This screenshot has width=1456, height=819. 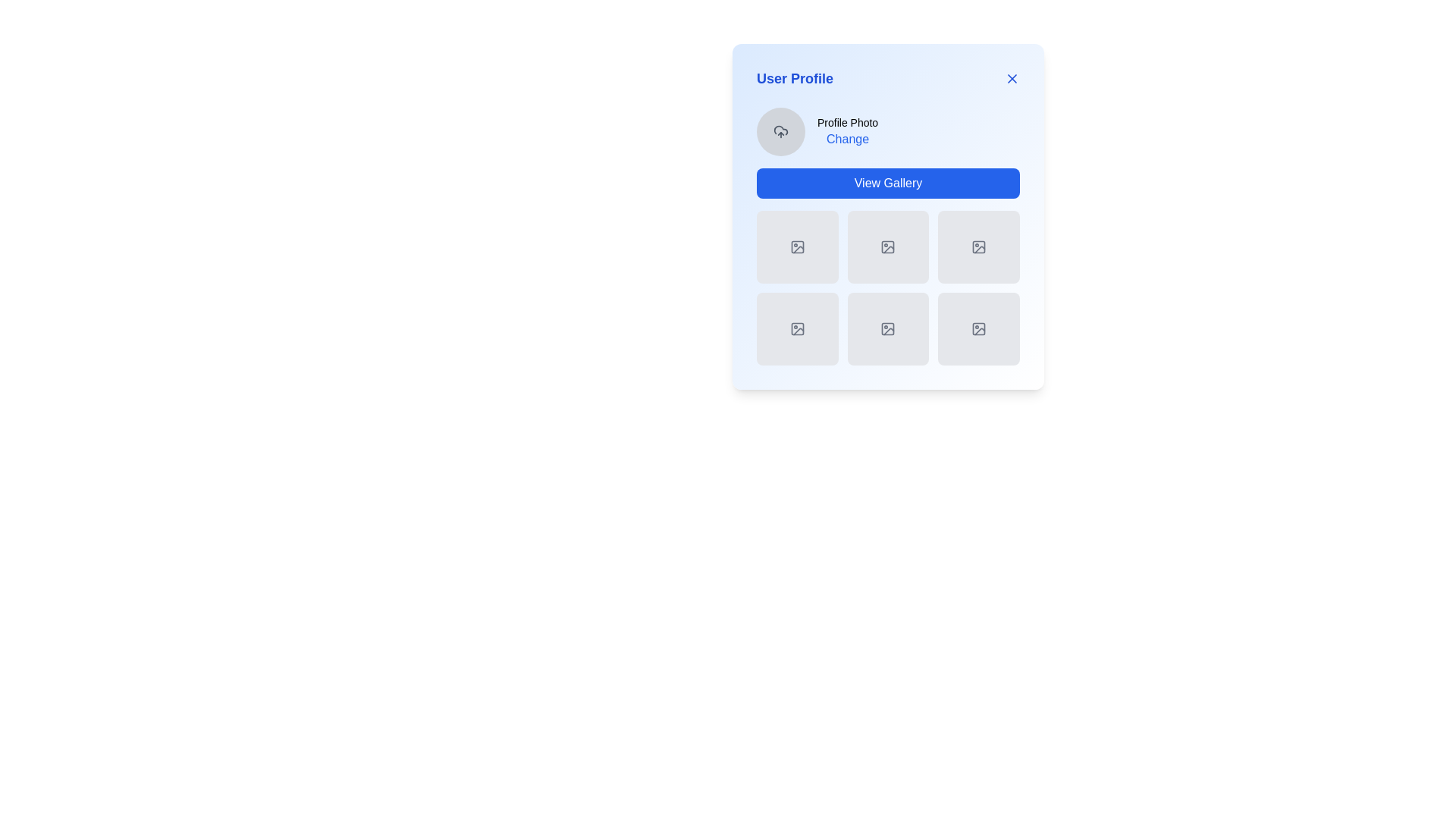 What do you see at coordinates (796, 328) in the screenshot?
I see `the center of the media content placeholder located in the bottom-left section of the three-by-three grid within the 'User Profile' modal` at bounding box center [796, 328].